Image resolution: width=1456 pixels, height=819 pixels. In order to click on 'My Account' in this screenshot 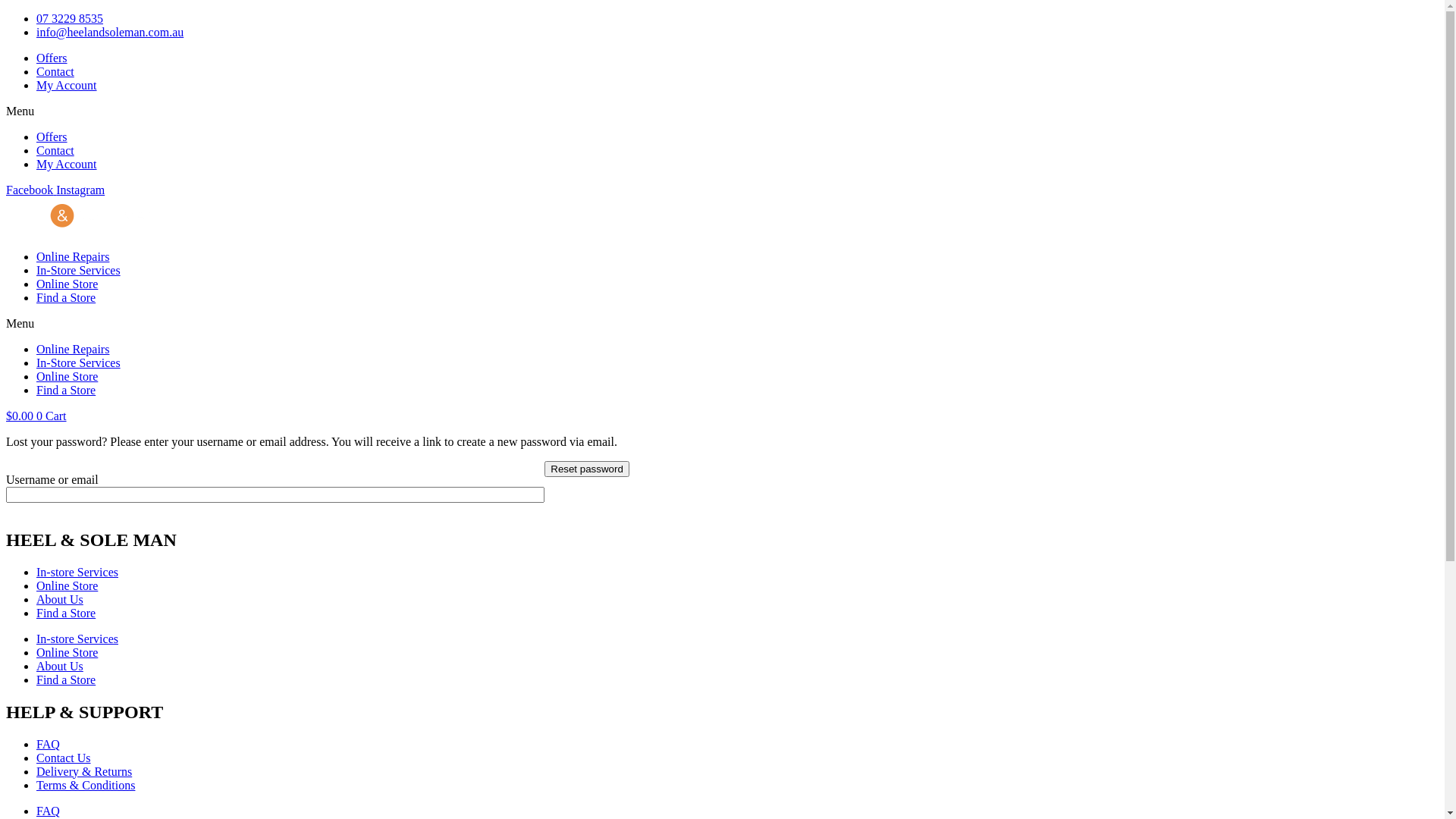, I will do `click(65, 164)`.